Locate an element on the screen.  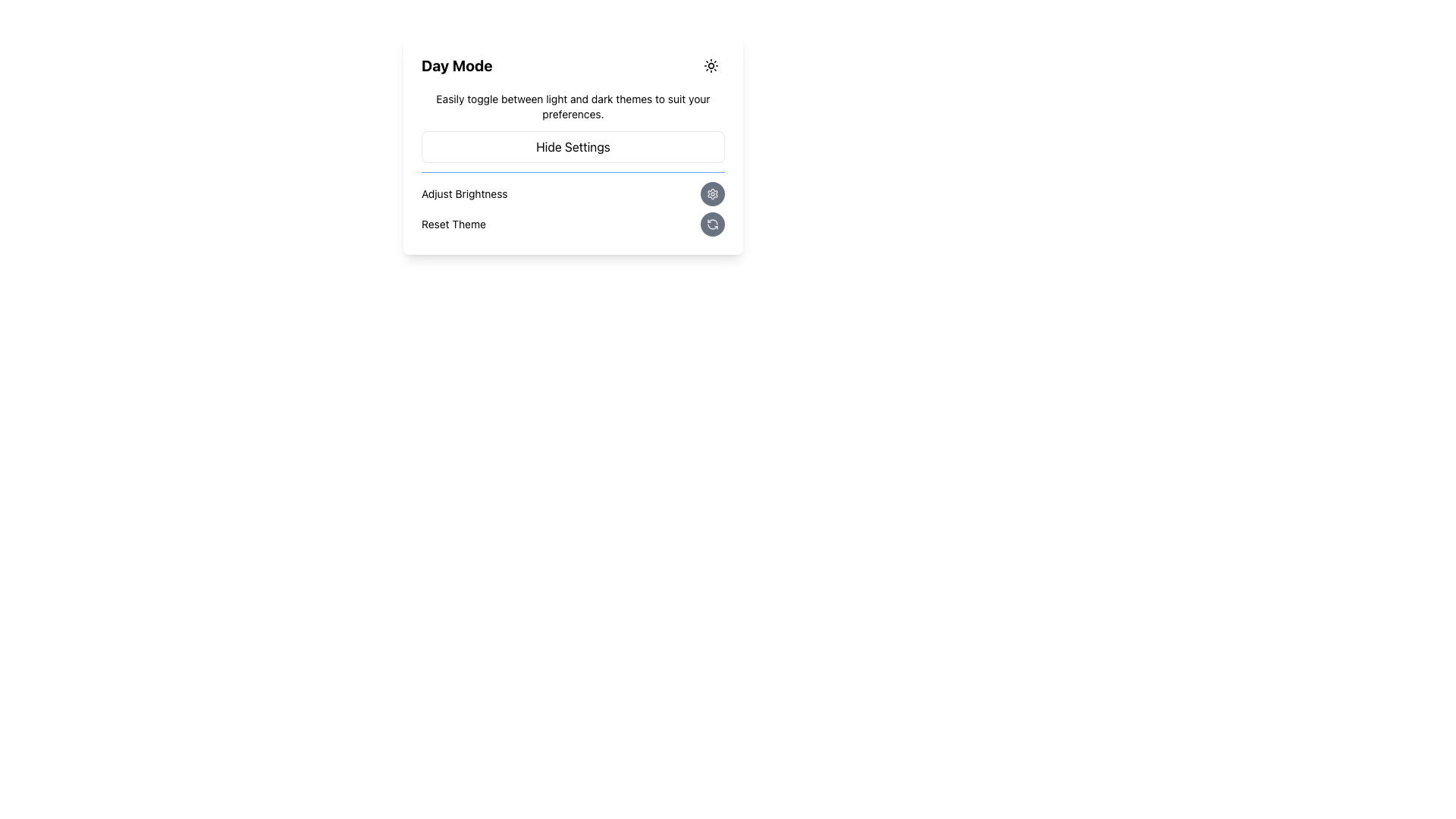
the gear icon located within the rounded button at the bottom right corner of the settings panel is located at coordinates (712, 193).